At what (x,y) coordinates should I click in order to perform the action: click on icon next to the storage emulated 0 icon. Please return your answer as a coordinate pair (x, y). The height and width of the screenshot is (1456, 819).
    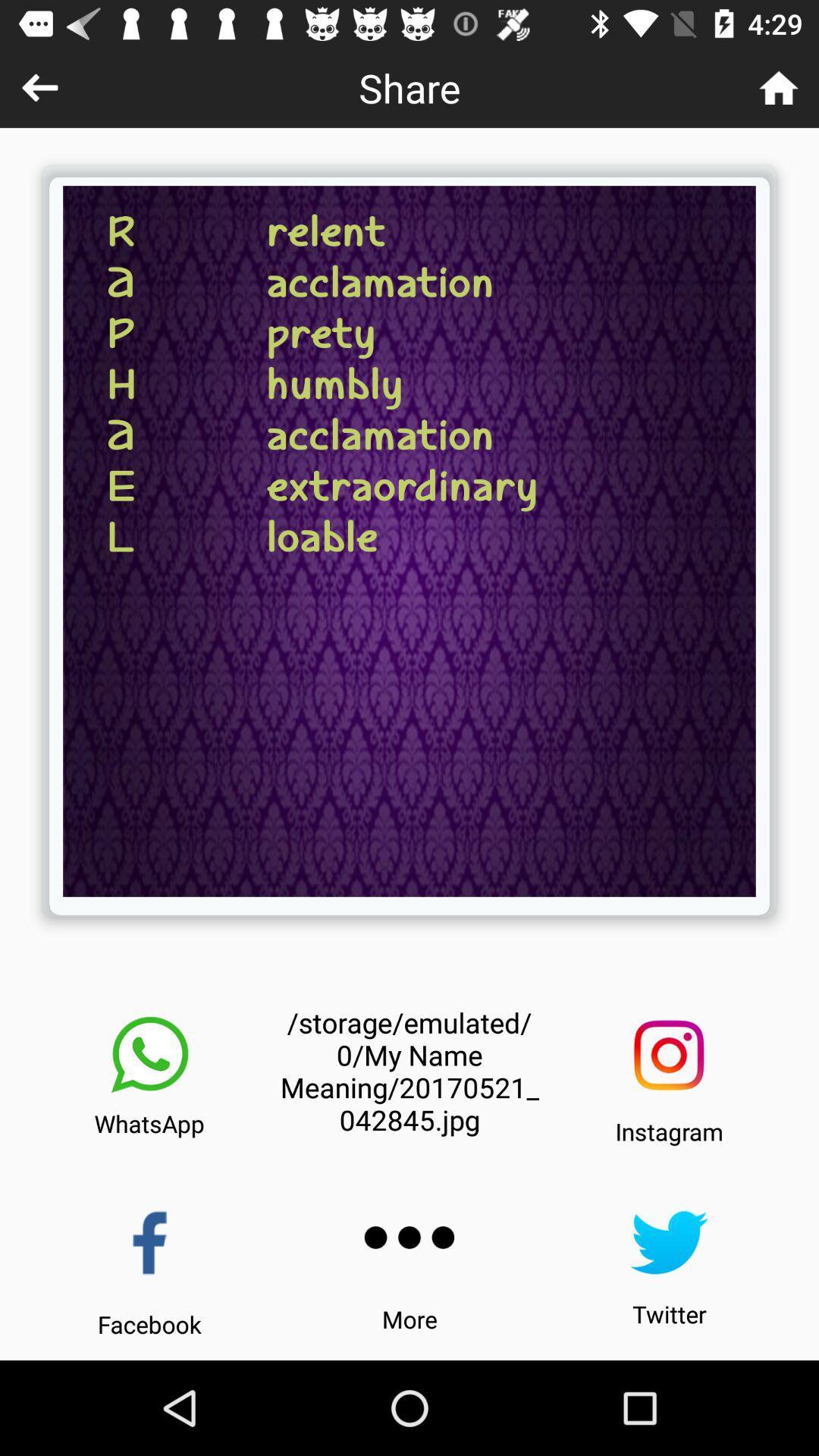
    Looking at the image, I should click on (149, 1054).